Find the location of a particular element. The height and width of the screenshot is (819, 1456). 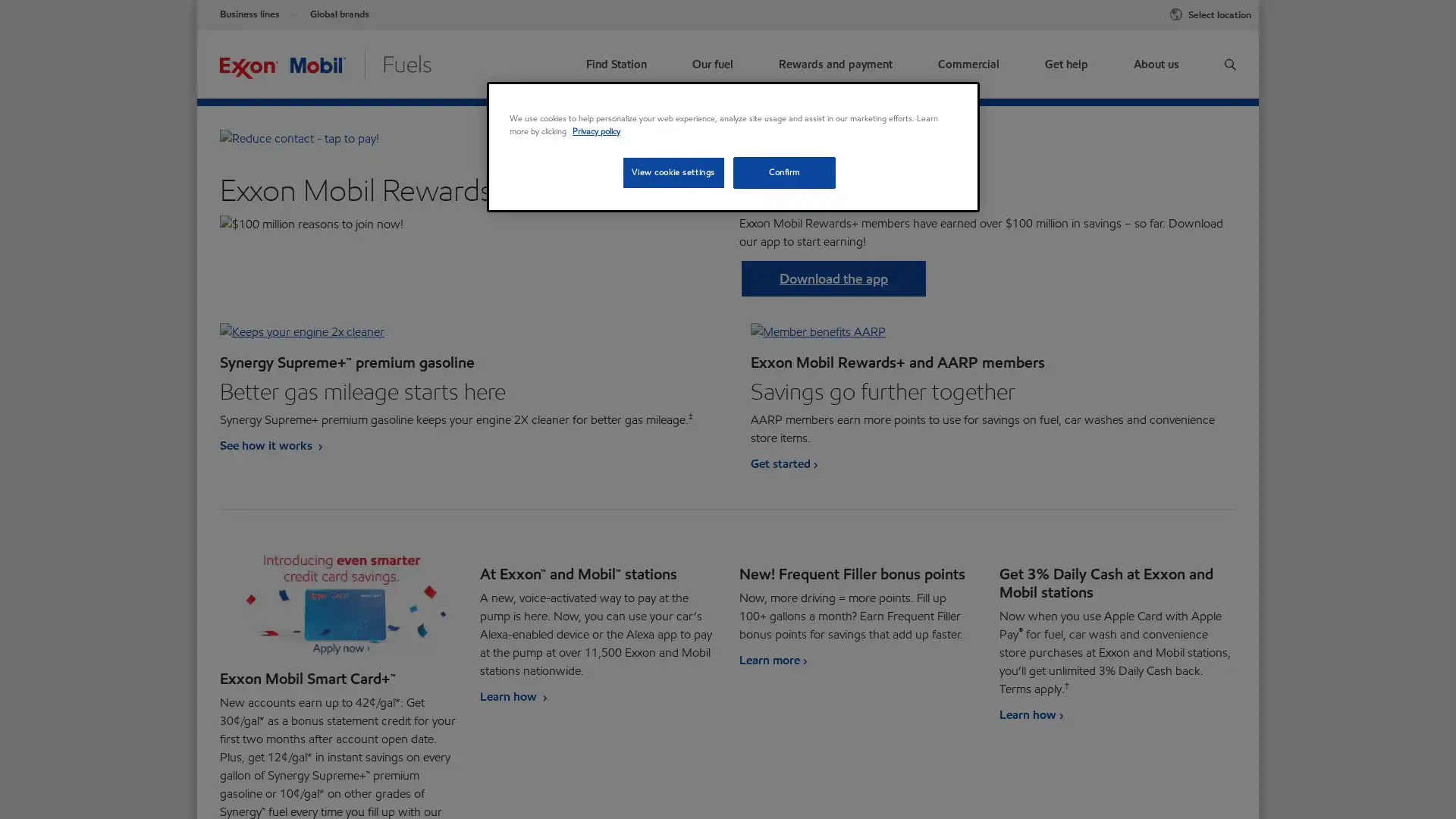

View cookie settings is located at coordinates (672, 171).